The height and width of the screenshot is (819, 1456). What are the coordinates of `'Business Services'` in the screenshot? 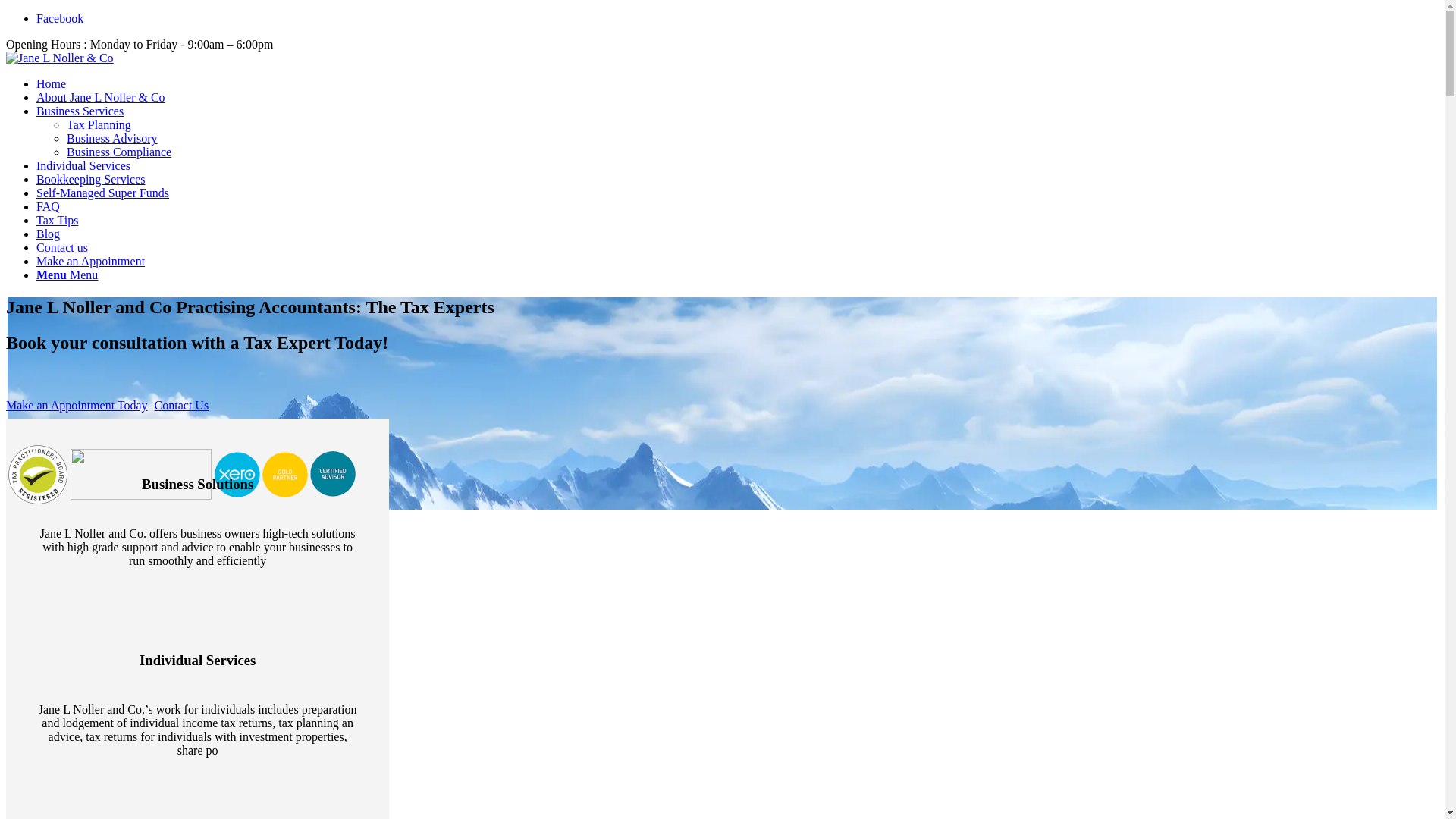 It's located at (79, 110).